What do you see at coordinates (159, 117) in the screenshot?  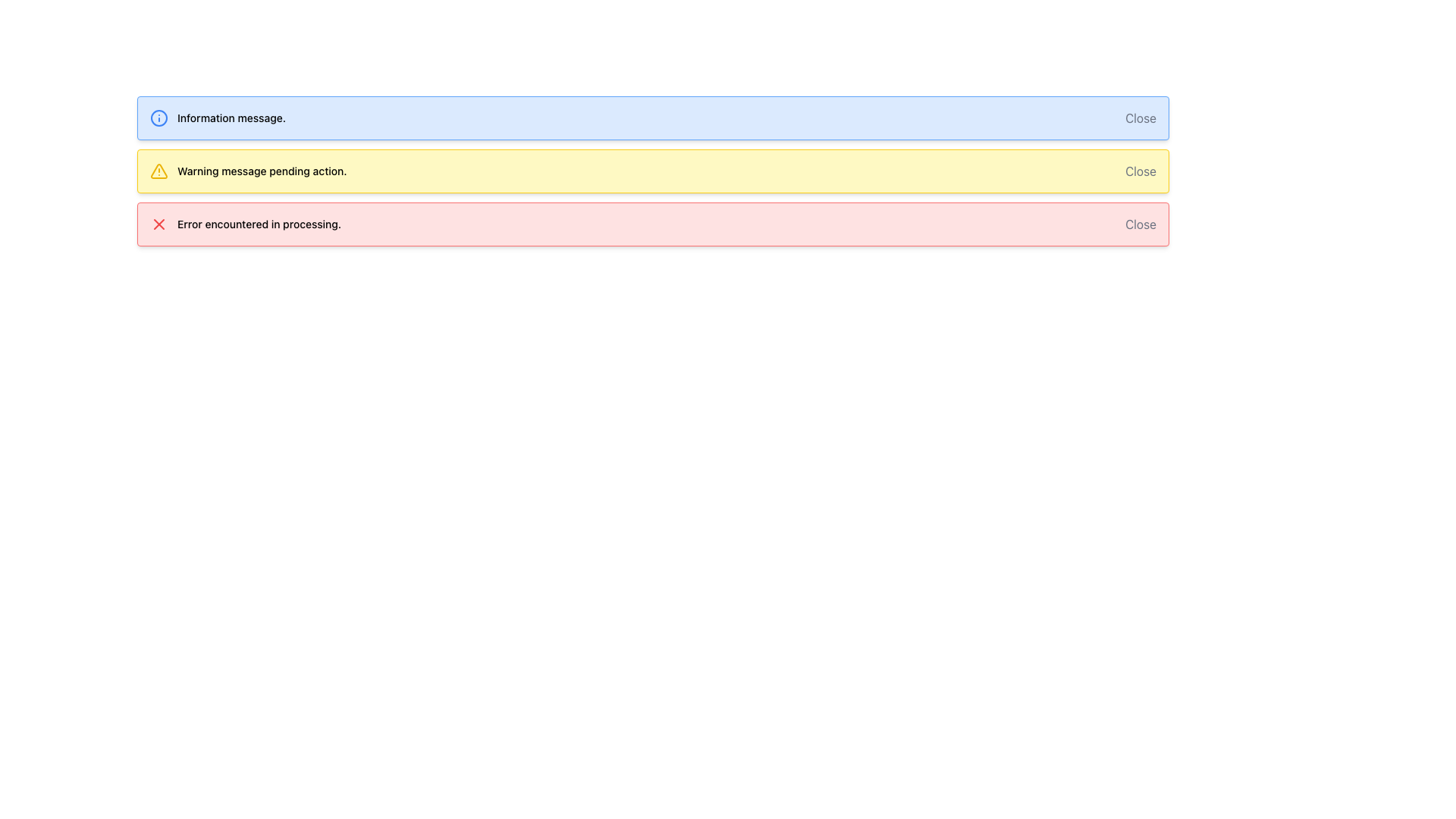 I see `the informational icon located inside the light blue notification box, which is positioned to the left of the text 'Information message'` at bounding box center [159, 117].